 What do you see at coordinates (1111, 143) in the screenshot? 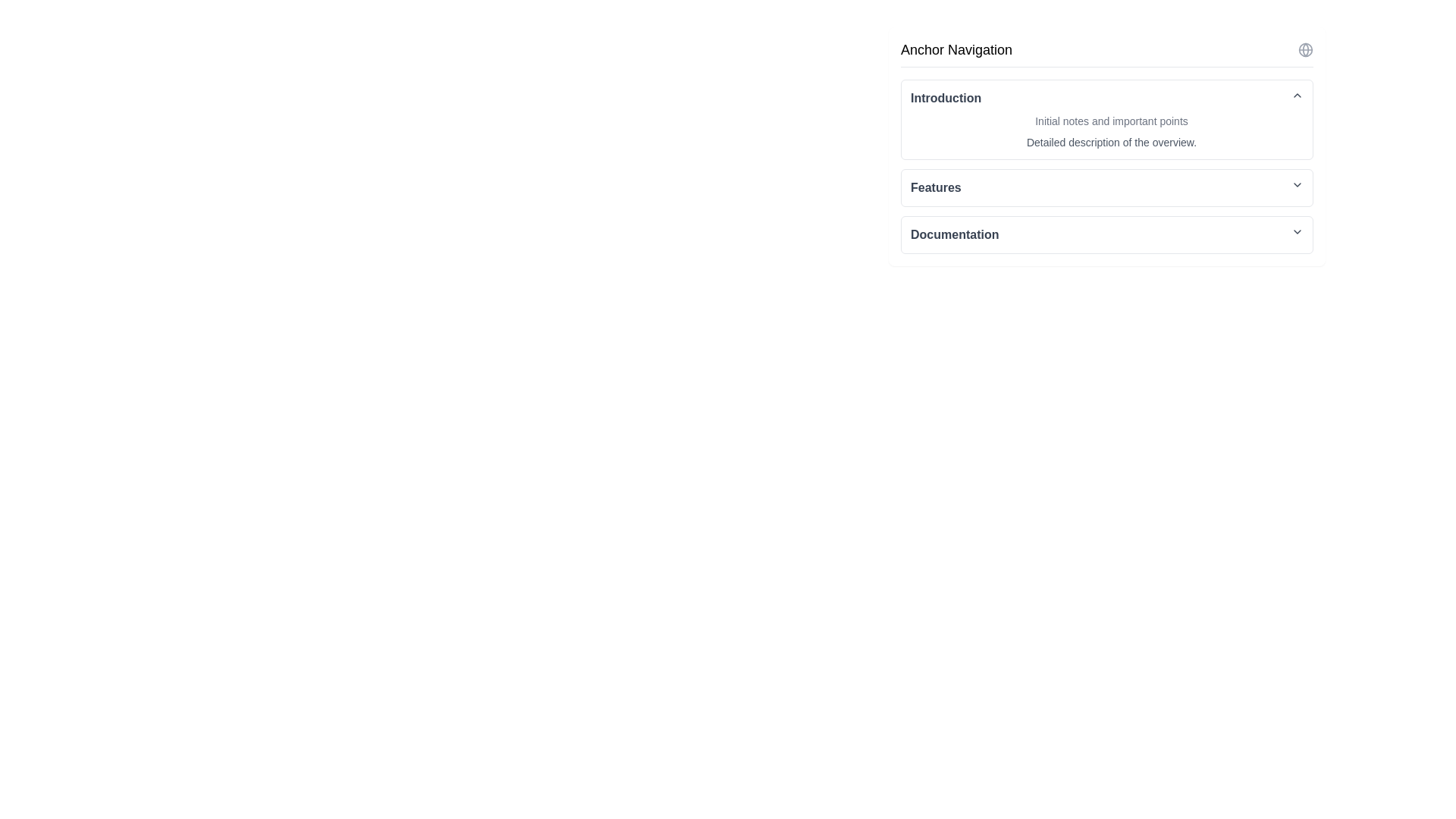
I see `the static text that provides additional, detailed information related to the section titled 'Introduction' which is positioned towards the right side of the interface` at bounding box center [1111, 143].